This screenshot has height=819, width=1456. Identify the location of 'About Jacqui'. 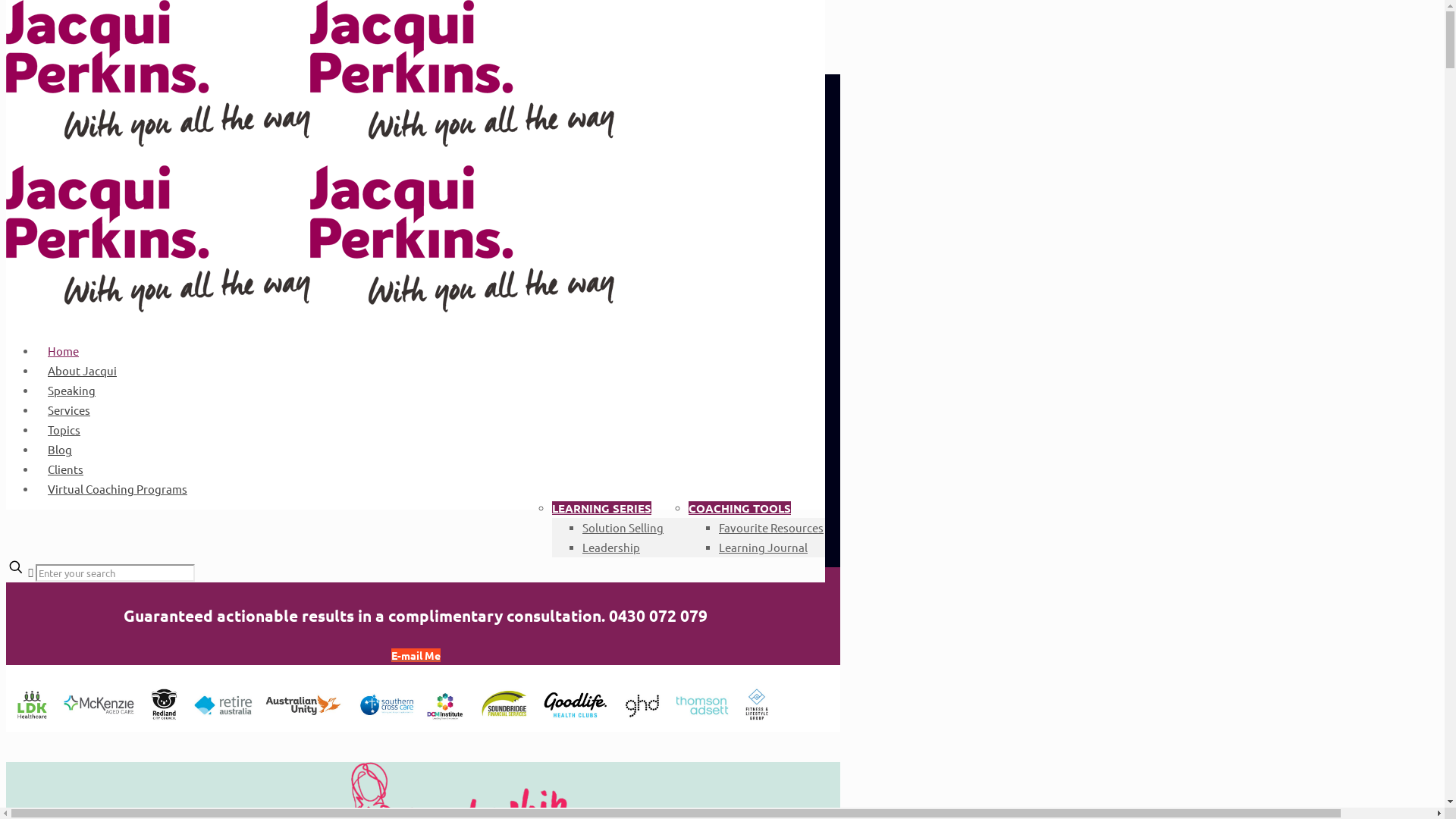
(81, 370).